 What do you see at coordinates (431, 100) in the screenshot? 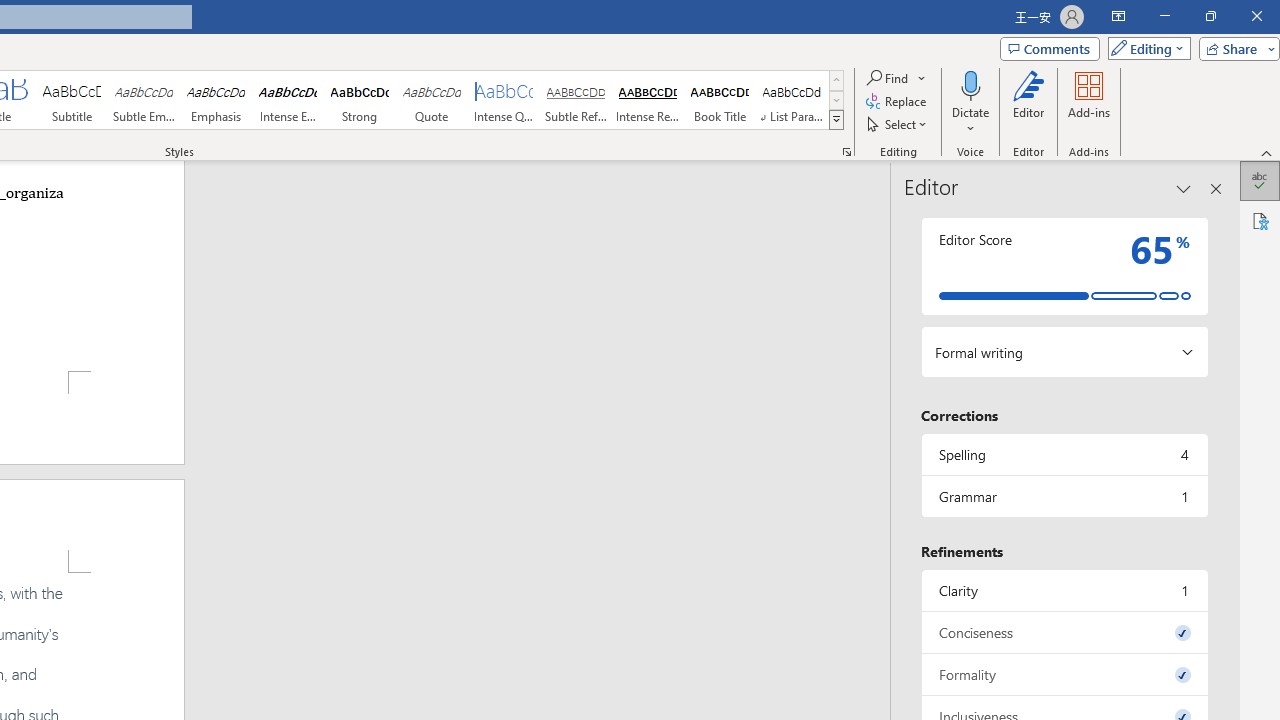
I see `'Quote'` at bounding box center [431, 100].